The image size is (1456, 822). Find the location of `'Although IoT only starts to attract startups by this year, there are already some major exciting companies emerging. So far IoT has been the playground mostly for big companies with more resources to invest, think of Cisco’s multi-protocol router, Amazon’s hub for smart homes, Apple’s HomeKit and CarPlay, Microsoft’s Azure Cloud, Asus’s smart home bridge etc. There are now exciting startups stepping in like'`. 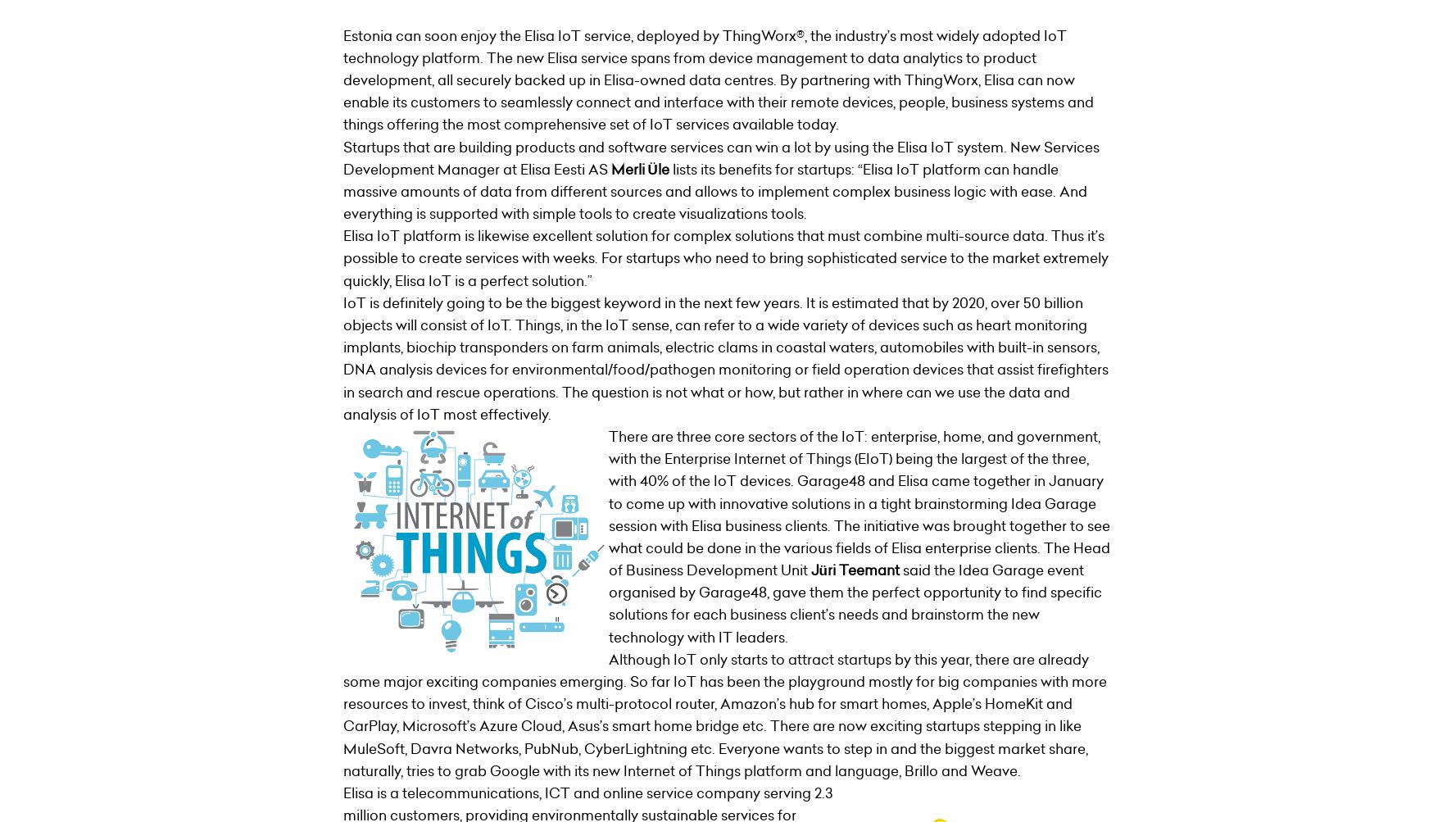

'Although IoT only starts to attract startups by this year, there are already some major exciting companies emerging. So far IoT has been the playground mostly for big companies with more resources to invest, think of Cisco’s multi-protocol router, Amazon’s hub for smart homes, Apple’s HomeKit and CarPlay, Microsoft’s Azure Cloud, Asus’s smart home bridge etc. There are now exciting startups stepping in like' is located at coordinates (723, 693).